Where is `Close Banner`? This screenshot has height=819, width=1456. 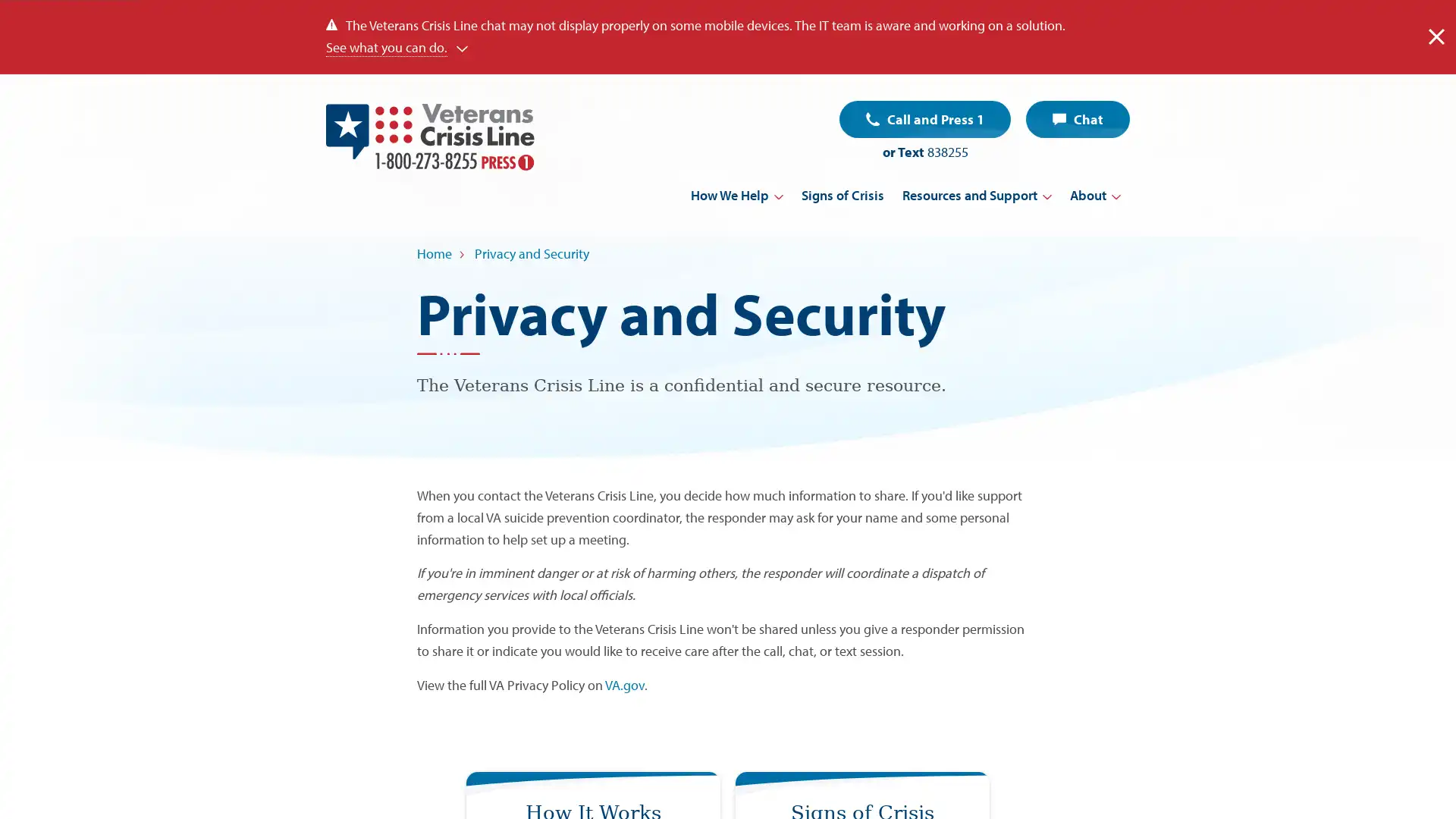
Close Banner is located at coordinates (1436, 36).